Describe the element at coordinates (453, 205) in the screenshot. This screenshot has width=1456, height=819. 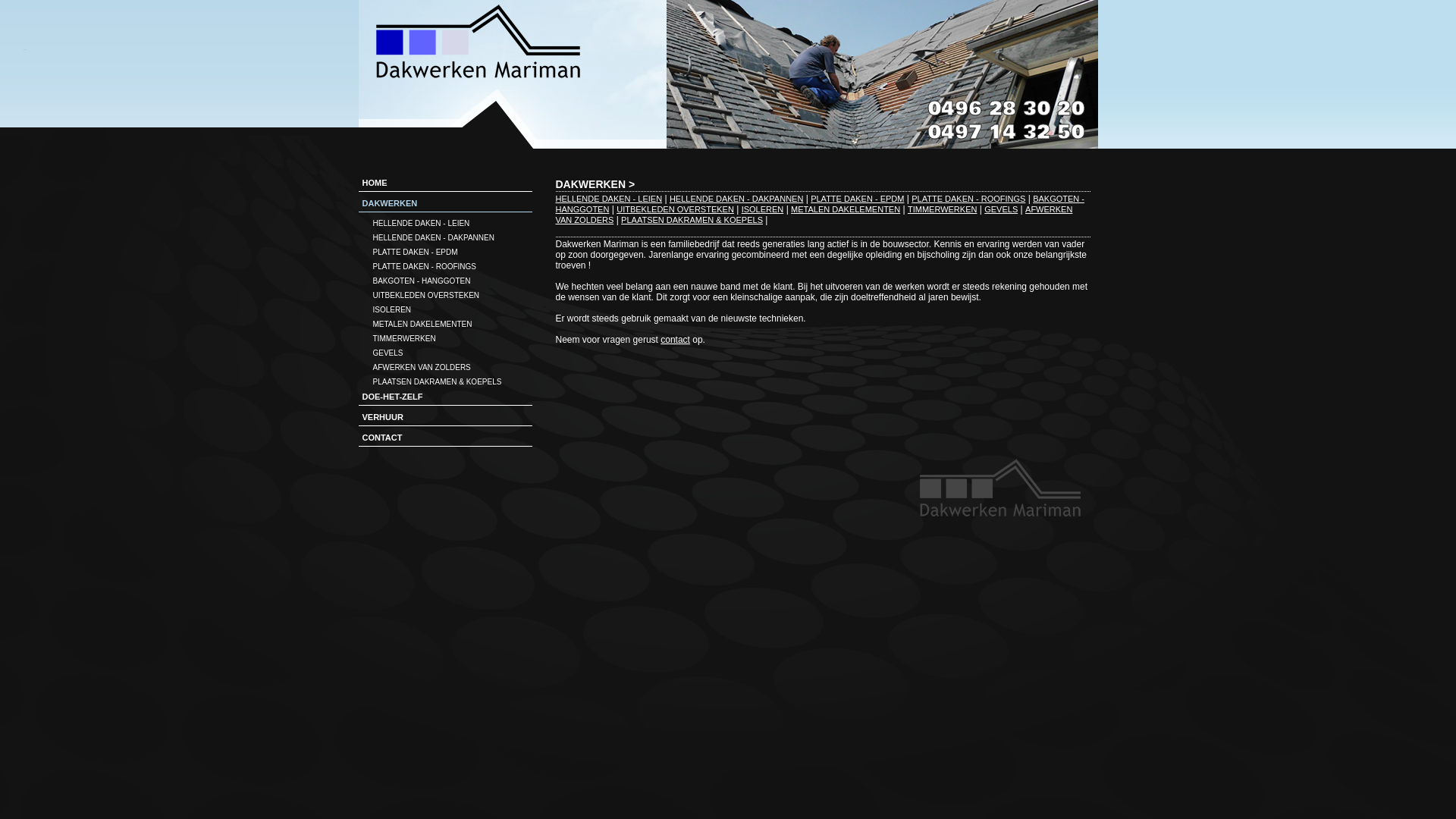
I see `'DAKWERKEN'` at that location.